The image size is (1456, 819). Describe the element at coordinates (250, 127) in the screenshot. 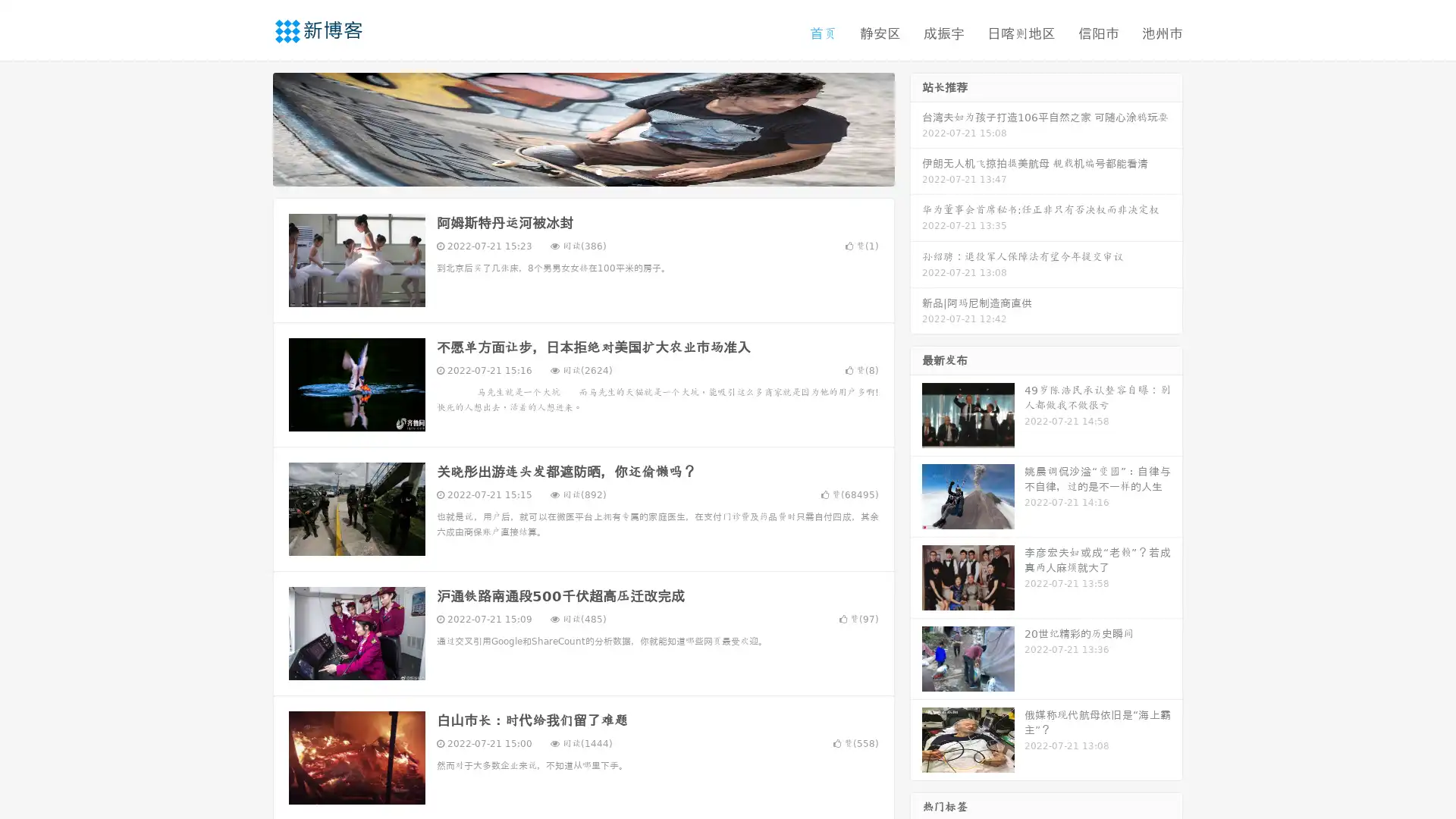

I see `Previous slide` at that location.